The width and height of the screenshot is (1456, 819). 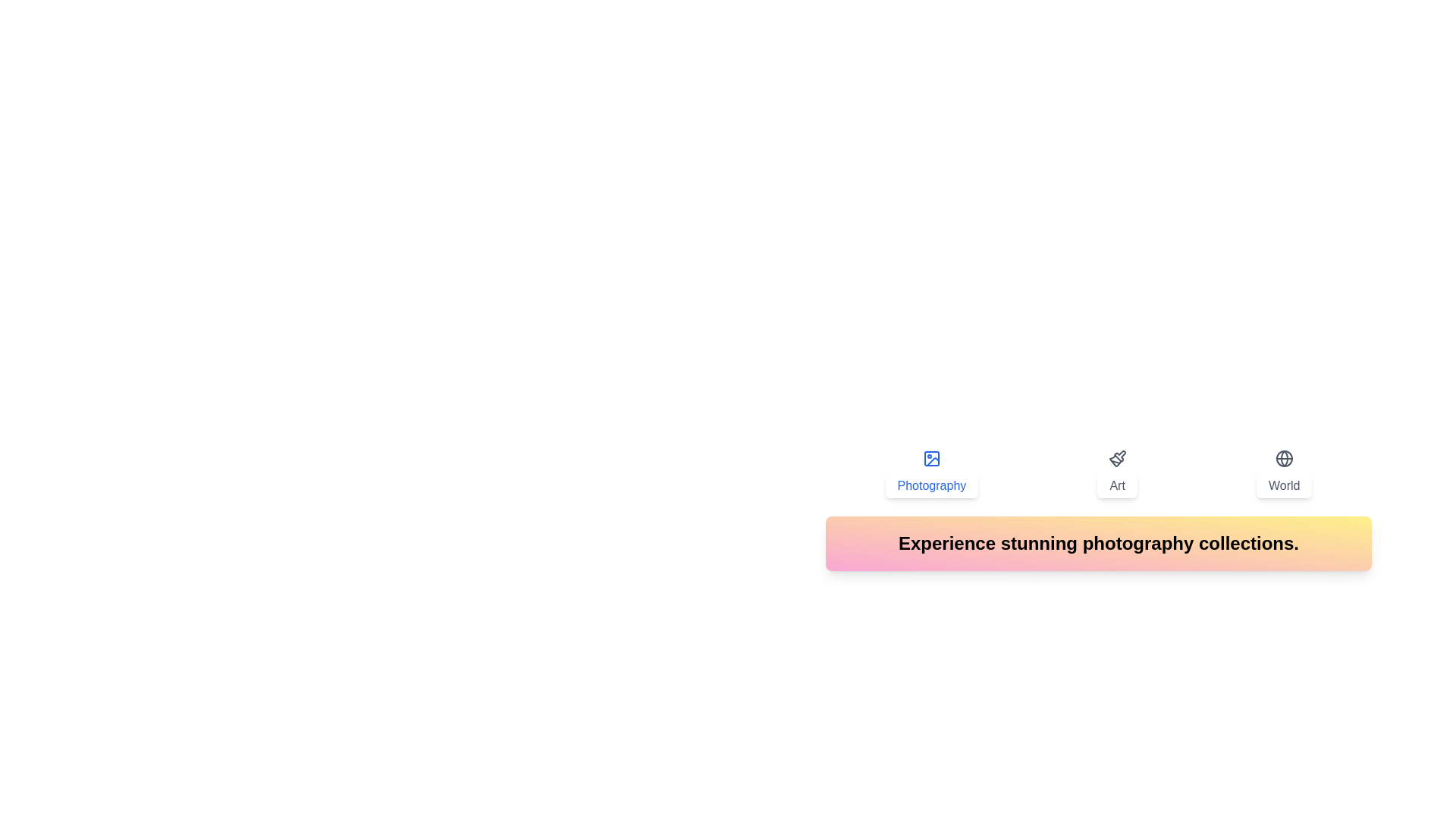 What do you see at coordinates (1117, 472) in the screenshot?
I see `the tab labeled Art` at bounding box center [1117, 472].